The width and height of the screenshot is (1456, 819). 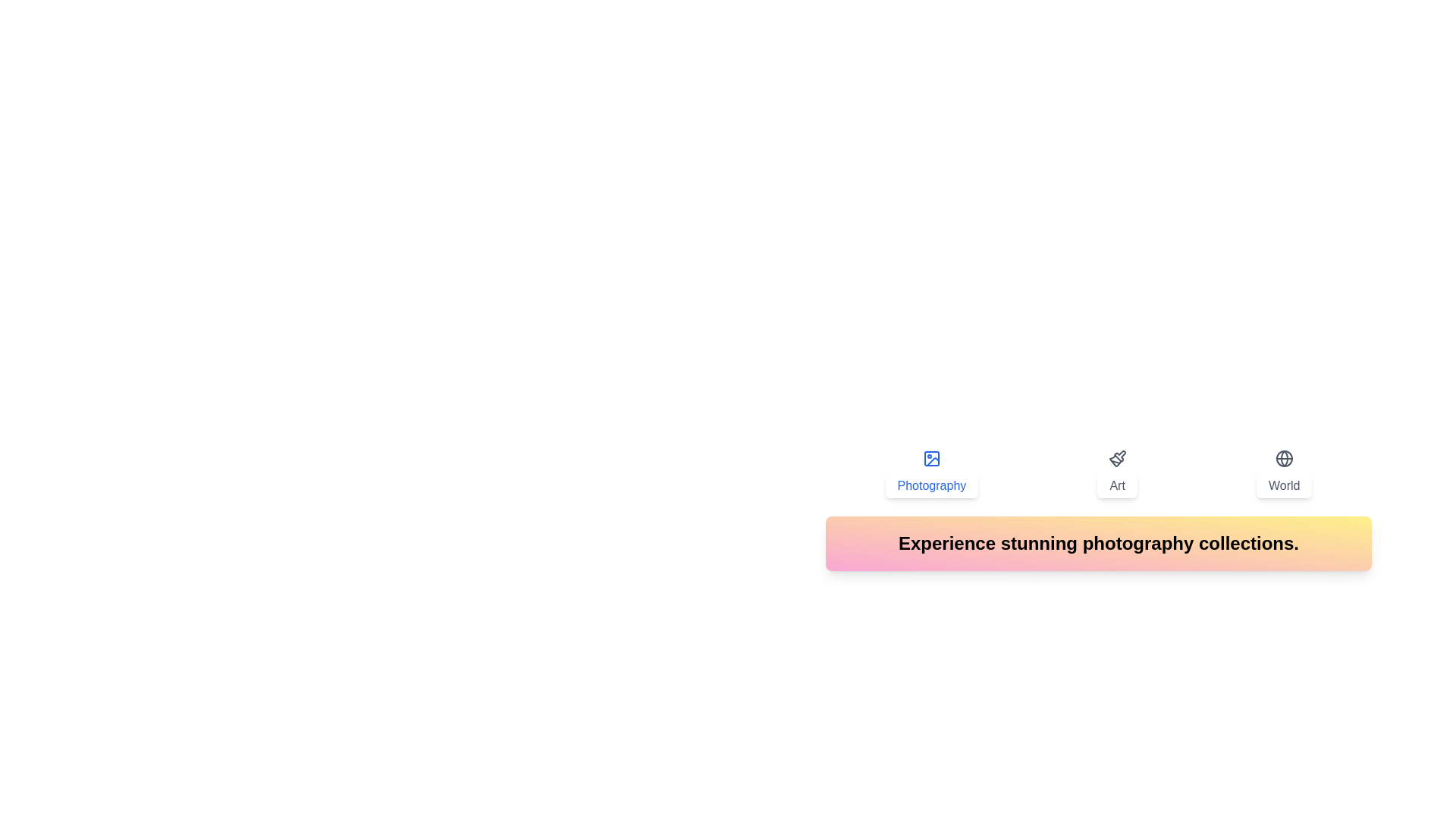 What do you see at coordinates (1117, 472) in the screenshot?
I see `the tab labeled Art` at bounding box center [1117, 472].